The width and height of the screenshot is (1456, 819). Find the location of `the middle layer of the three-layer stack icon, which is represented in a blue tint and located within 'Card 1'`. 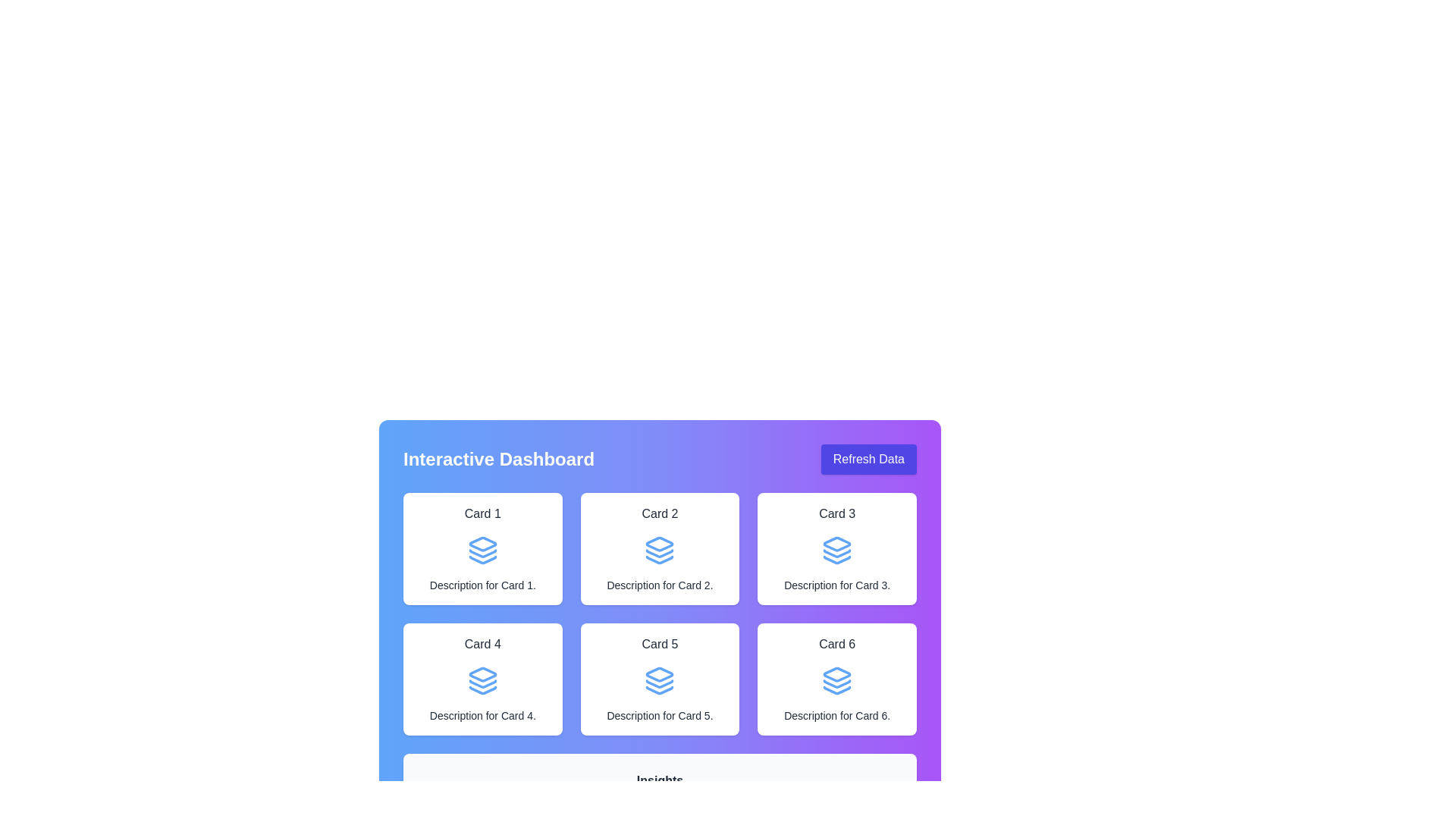

the middle layer of the three-layer stack icon, which is represented in a blue tint and located within 'Card 1' is located at coordinates (482, 554).